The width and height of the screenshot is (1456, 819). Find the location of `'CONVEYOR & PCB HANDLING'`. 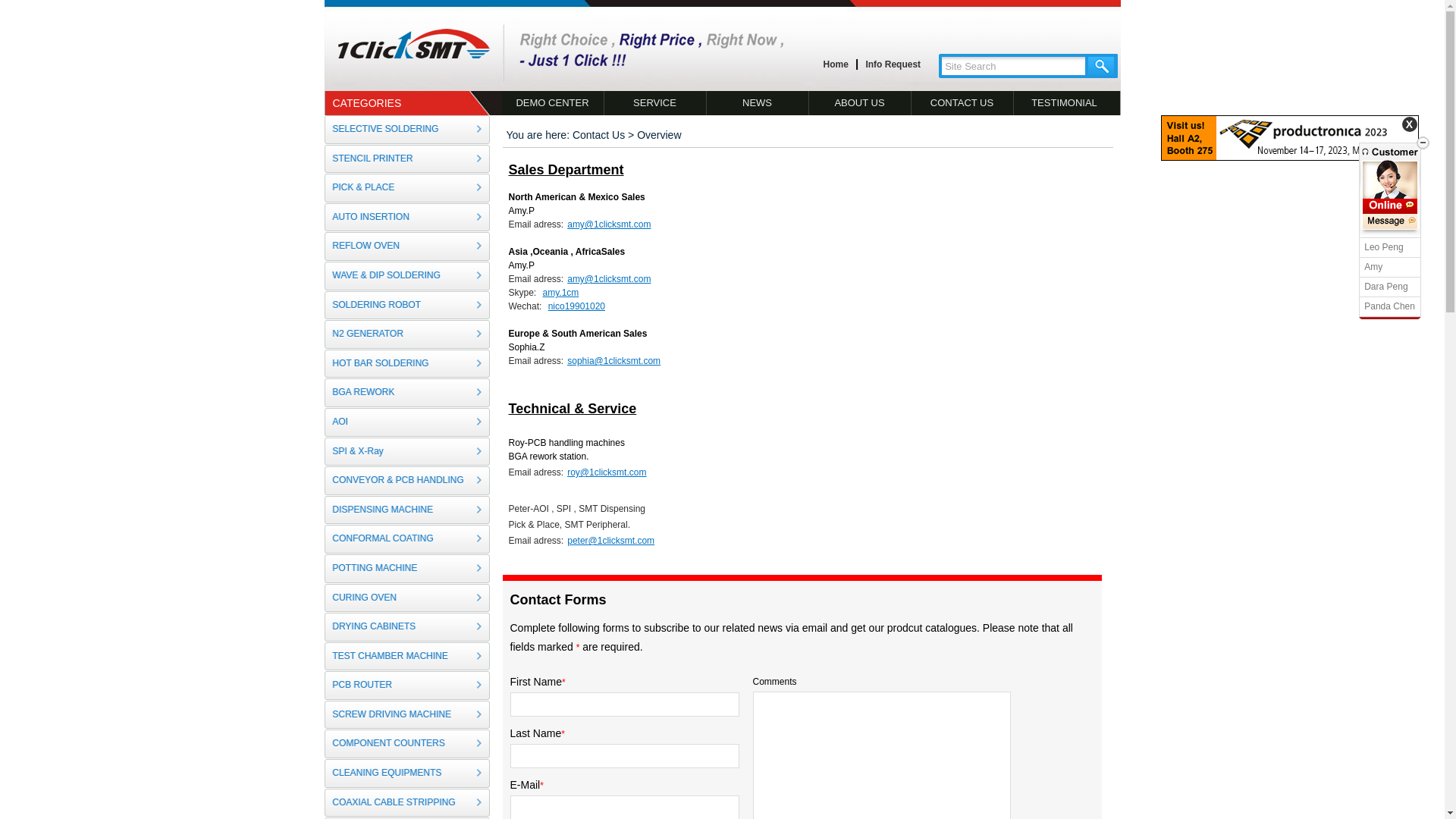

'CONVEYOR & PCB HANDLING' is located at coordinates (407, 480).